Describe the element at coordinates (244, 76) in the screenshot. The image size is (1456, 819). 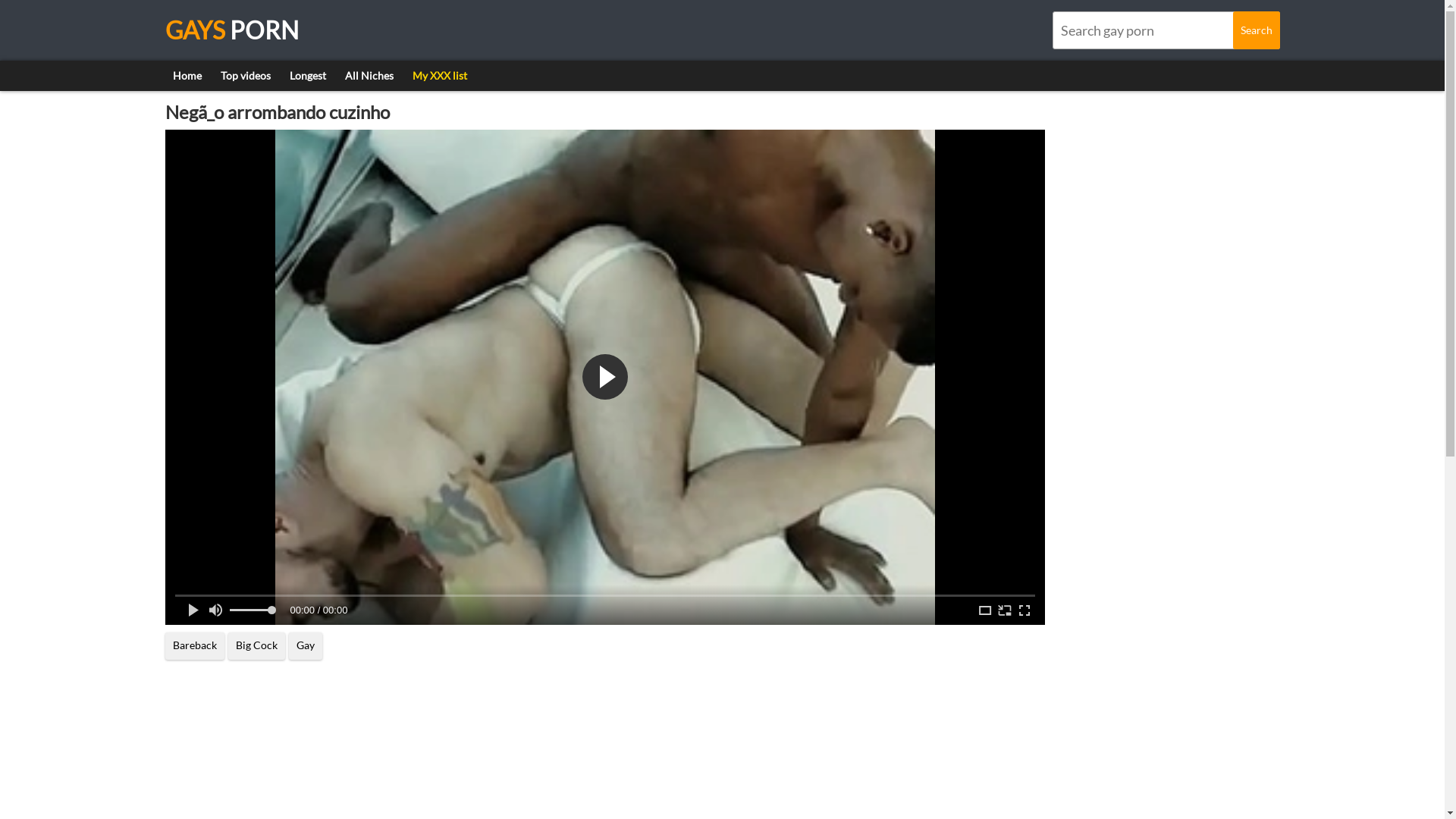
I see `'Top videos'` at that location.